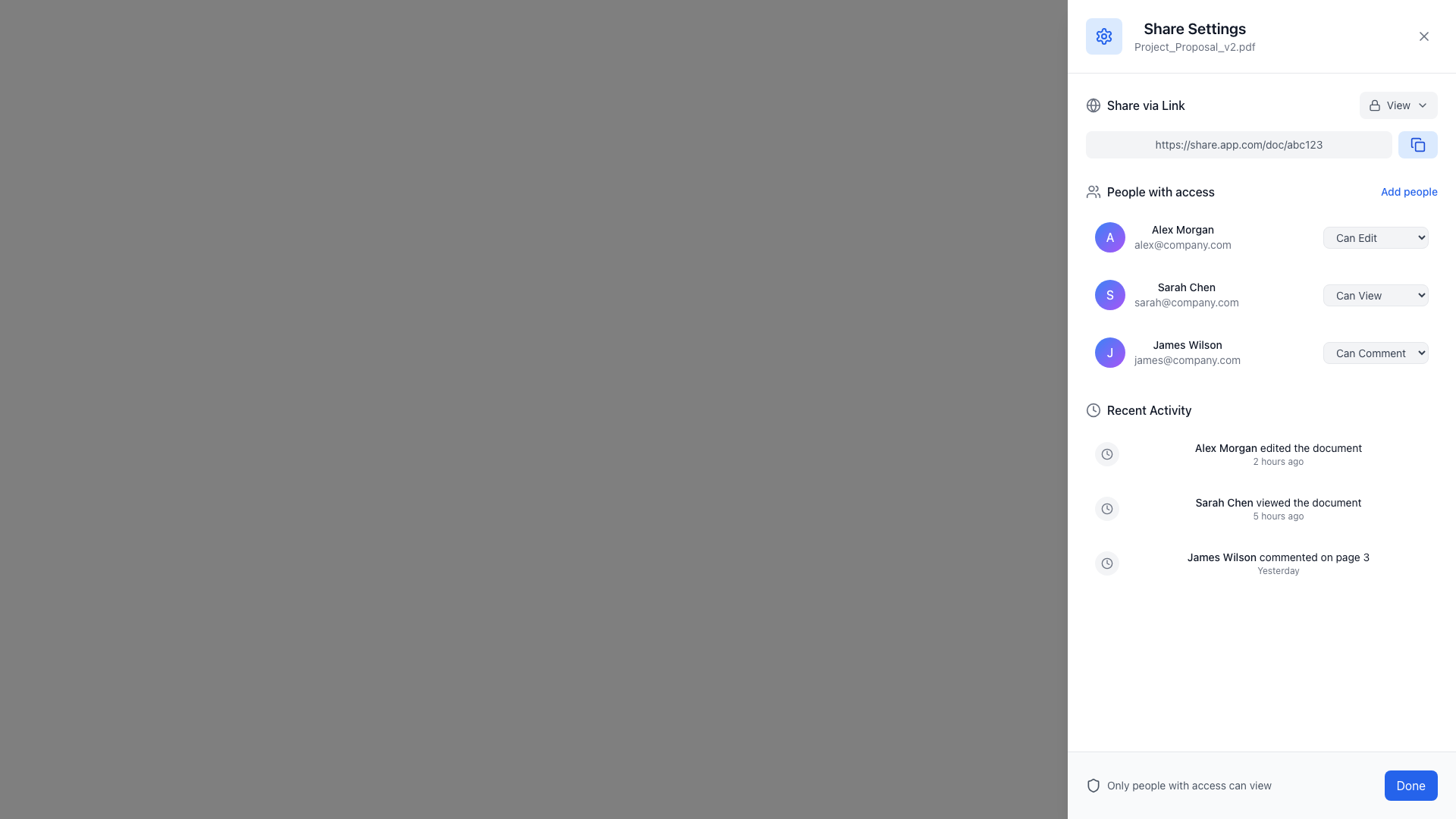 The image size is (1456, 819). What do you see at coordinates (1146, 104) in the screenshot?
I see `the 'Share via Link' text label, which is styled in medium-weight font and dark gray color, located to the right of a globe icon` at bounding box center [1146, 104].